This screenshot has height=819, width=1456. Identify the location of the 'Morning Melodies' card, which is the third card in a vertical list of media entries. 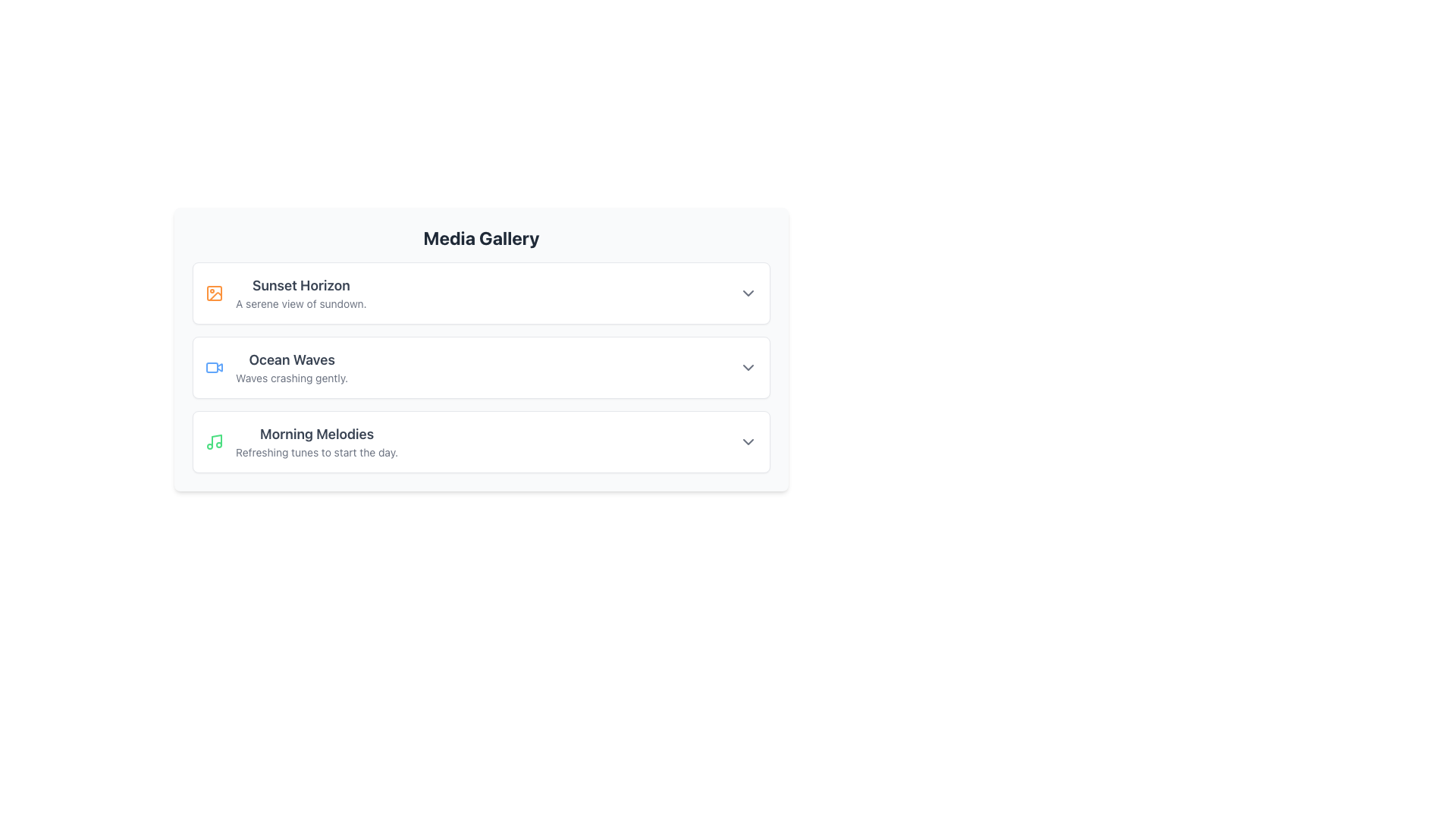
(480, 441).